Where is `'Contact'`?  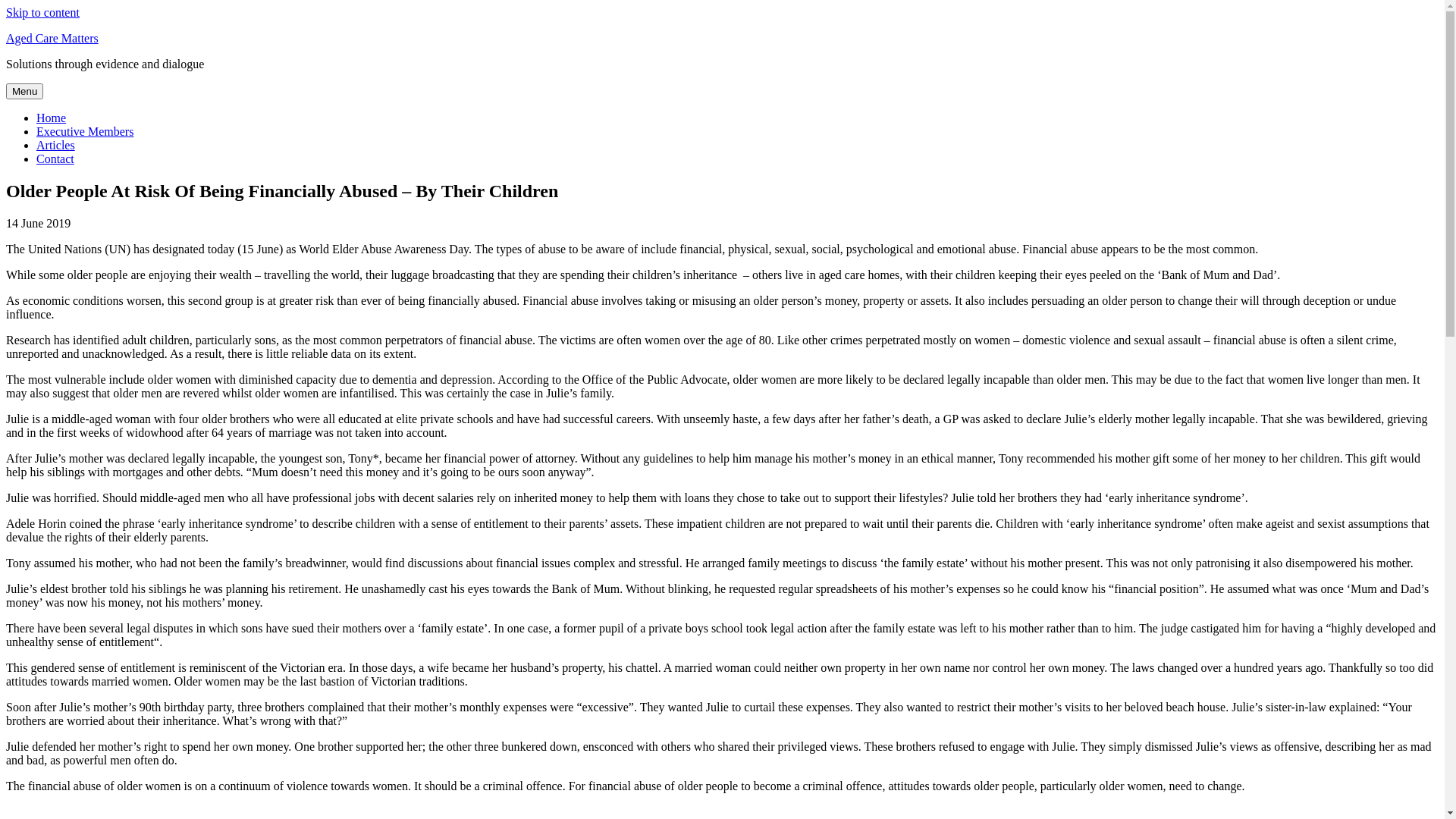
'Contact' is located at coordinates (55, 158).